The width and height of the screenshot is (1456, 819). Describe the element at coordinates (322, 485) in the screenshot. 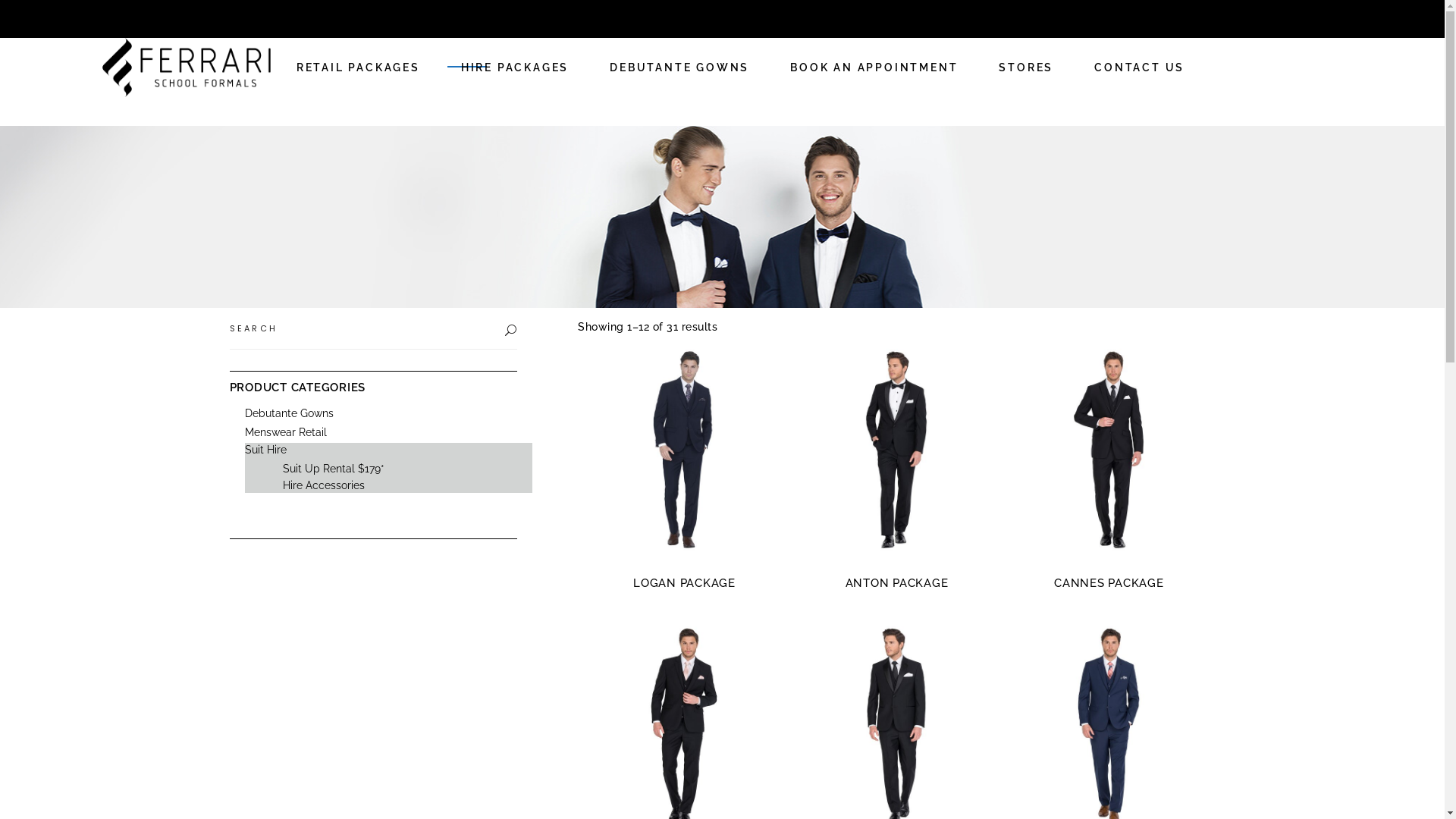

I see `'Hire Accessories'` at that location.